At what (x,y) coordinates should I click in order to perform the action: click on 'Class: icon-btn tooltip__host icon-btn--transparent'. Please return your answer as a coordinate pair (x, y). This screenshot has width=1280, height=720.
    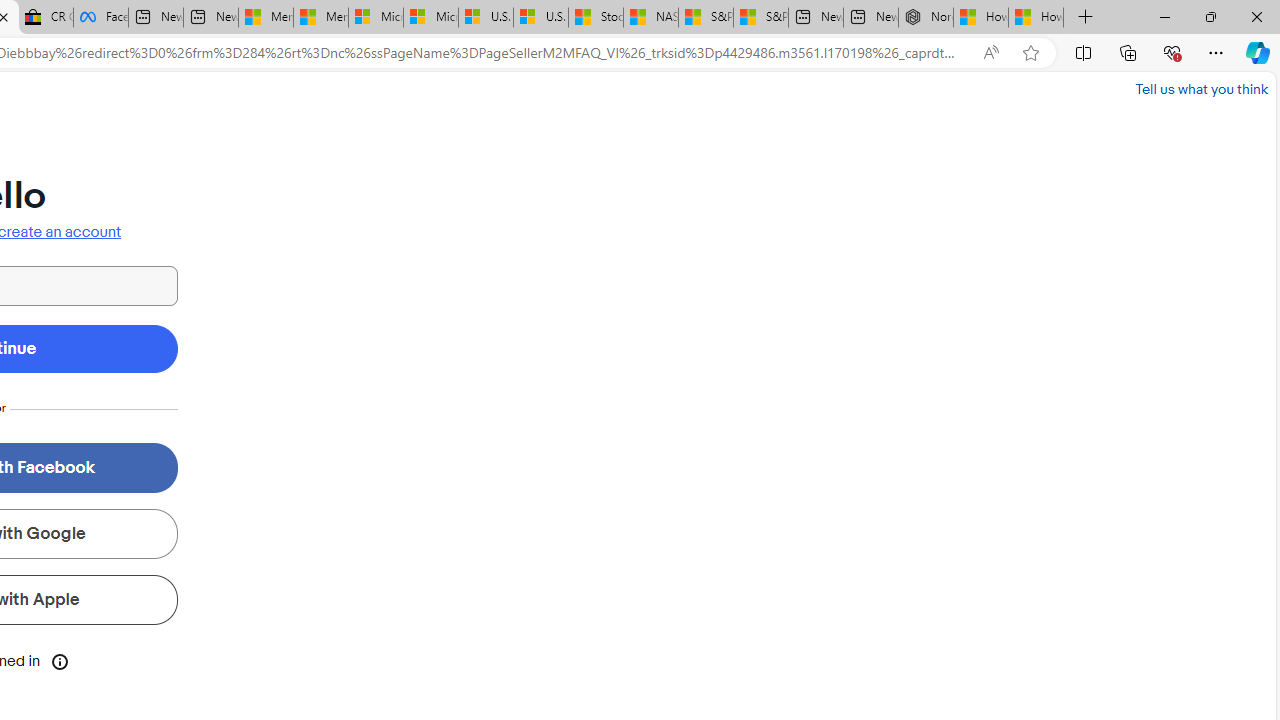
    Looking at the image, I should click on (60, 660).